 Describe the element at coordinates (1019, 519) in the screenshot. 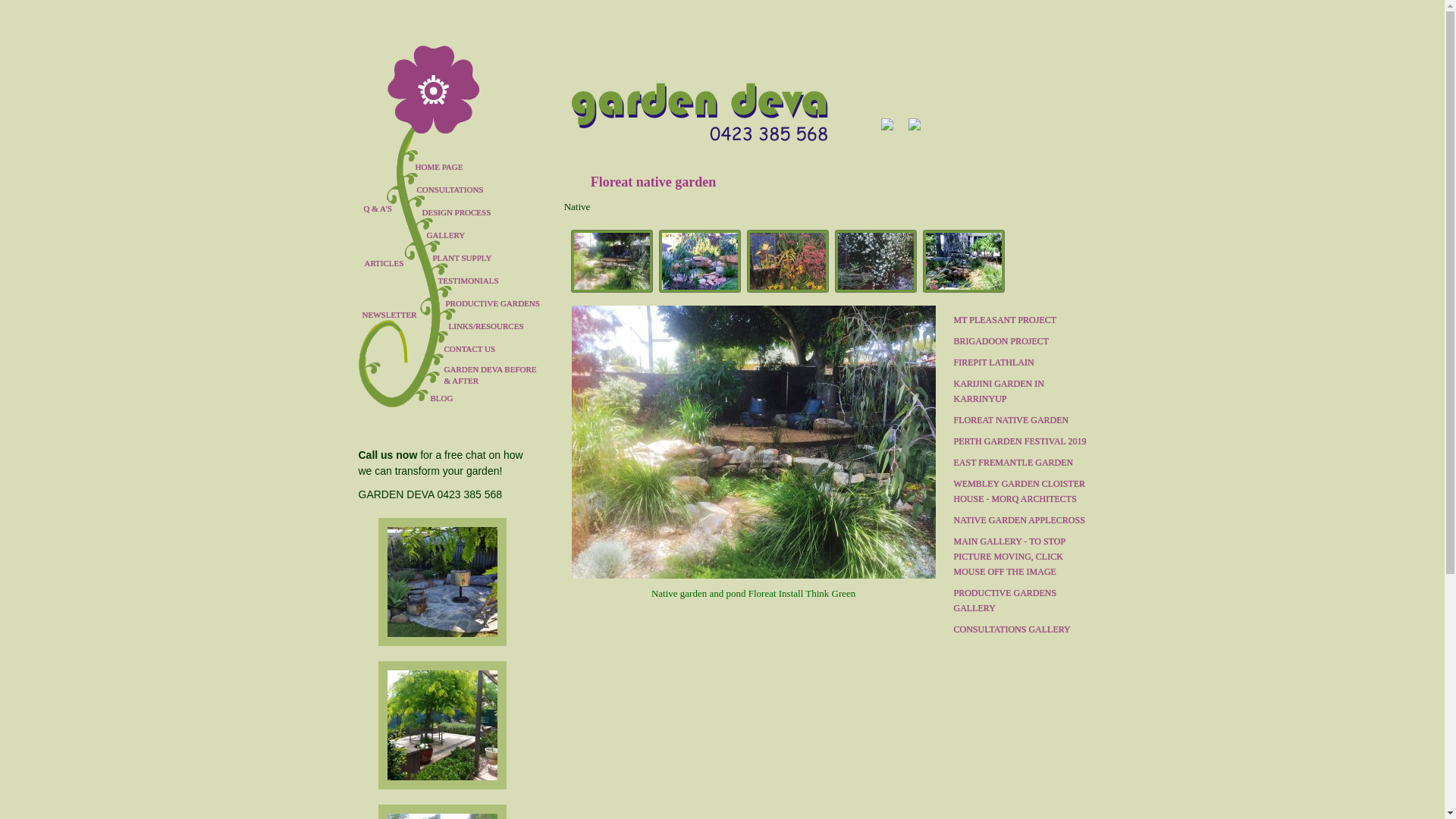

I see `'NATIVE GARDEN APPLECROSS'` at that location.